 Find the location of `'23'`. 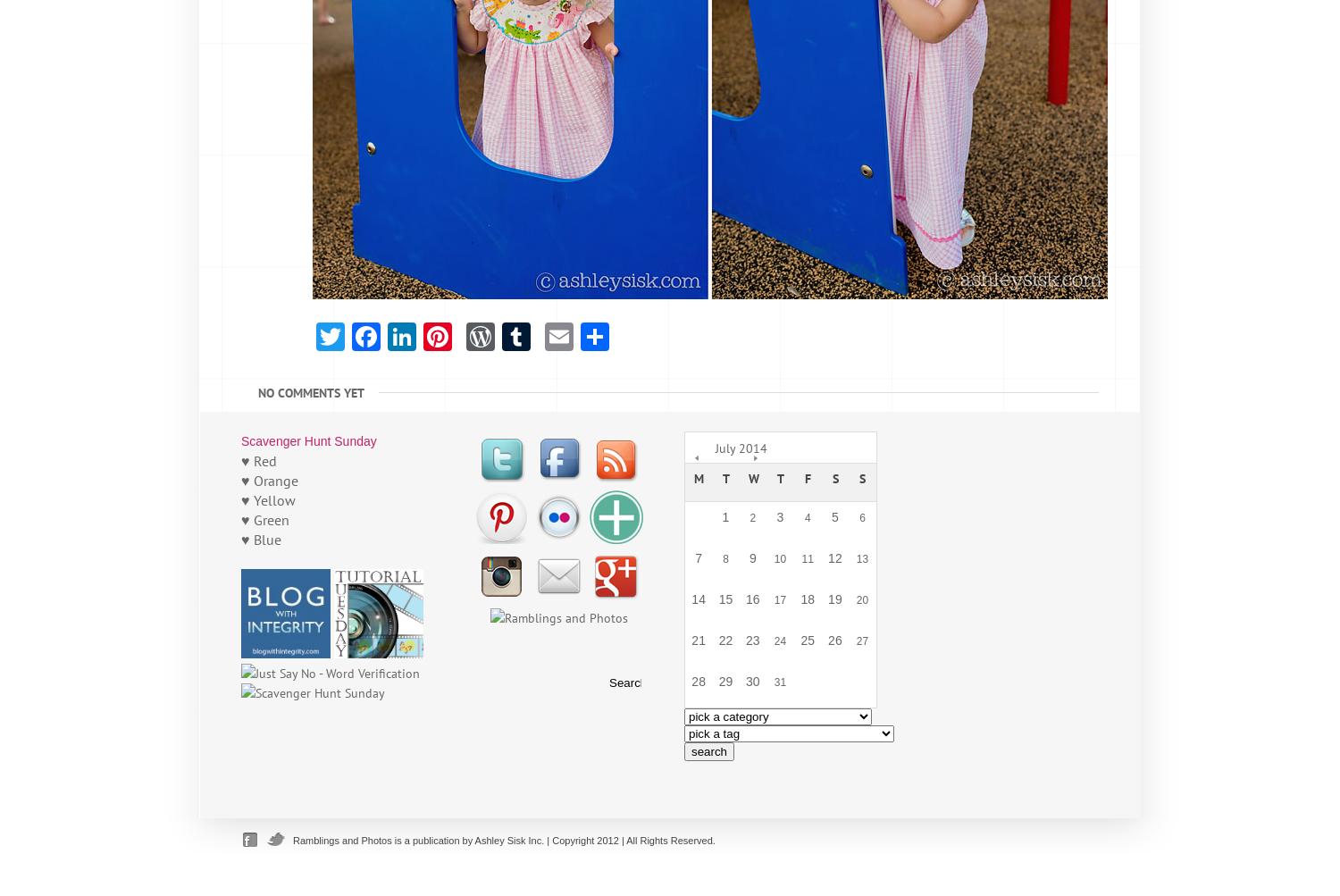

'23' is located at coordinates (750, 640).